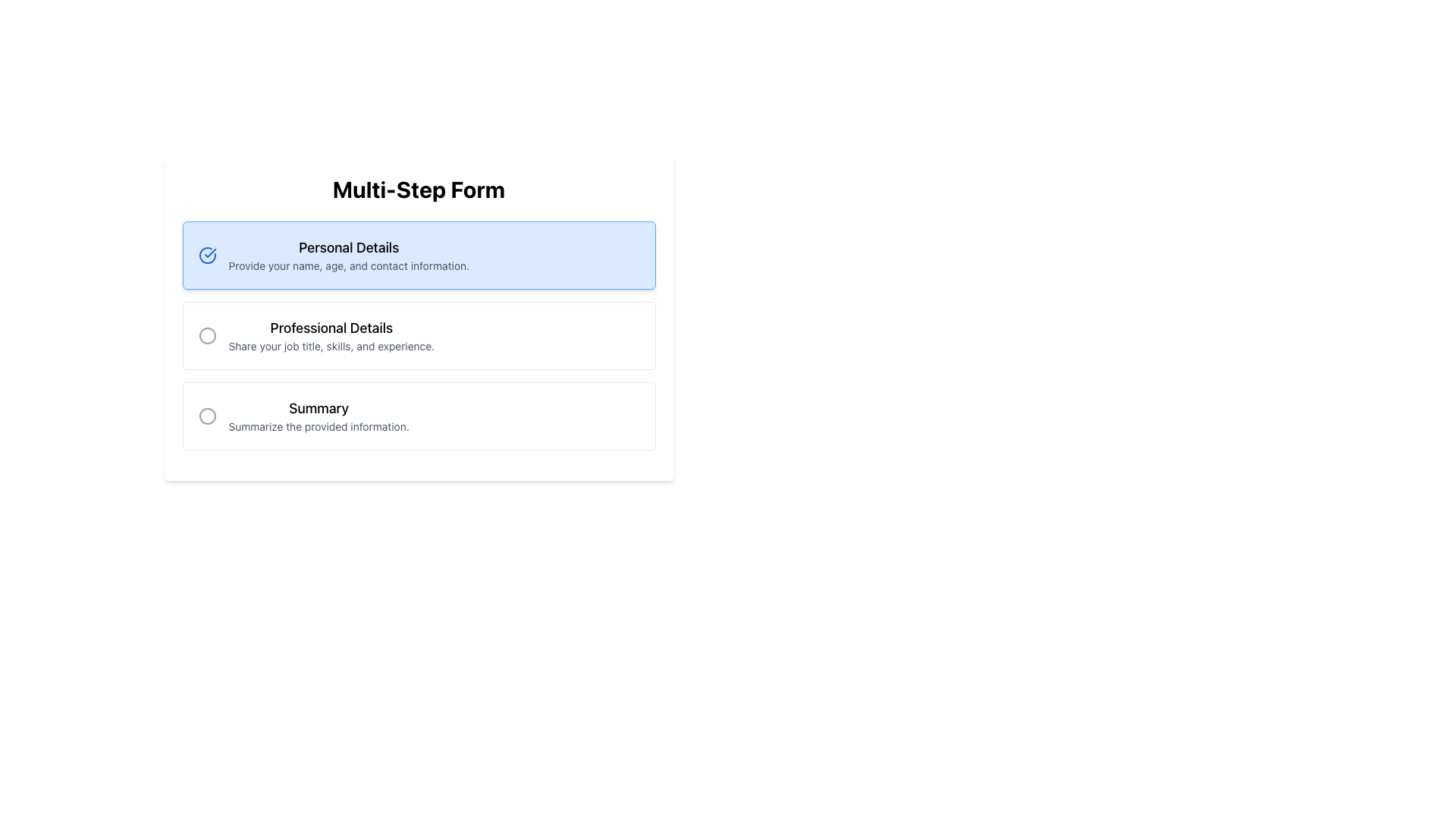  I want to click on the 'Personal Details' section, so click(419, 254).